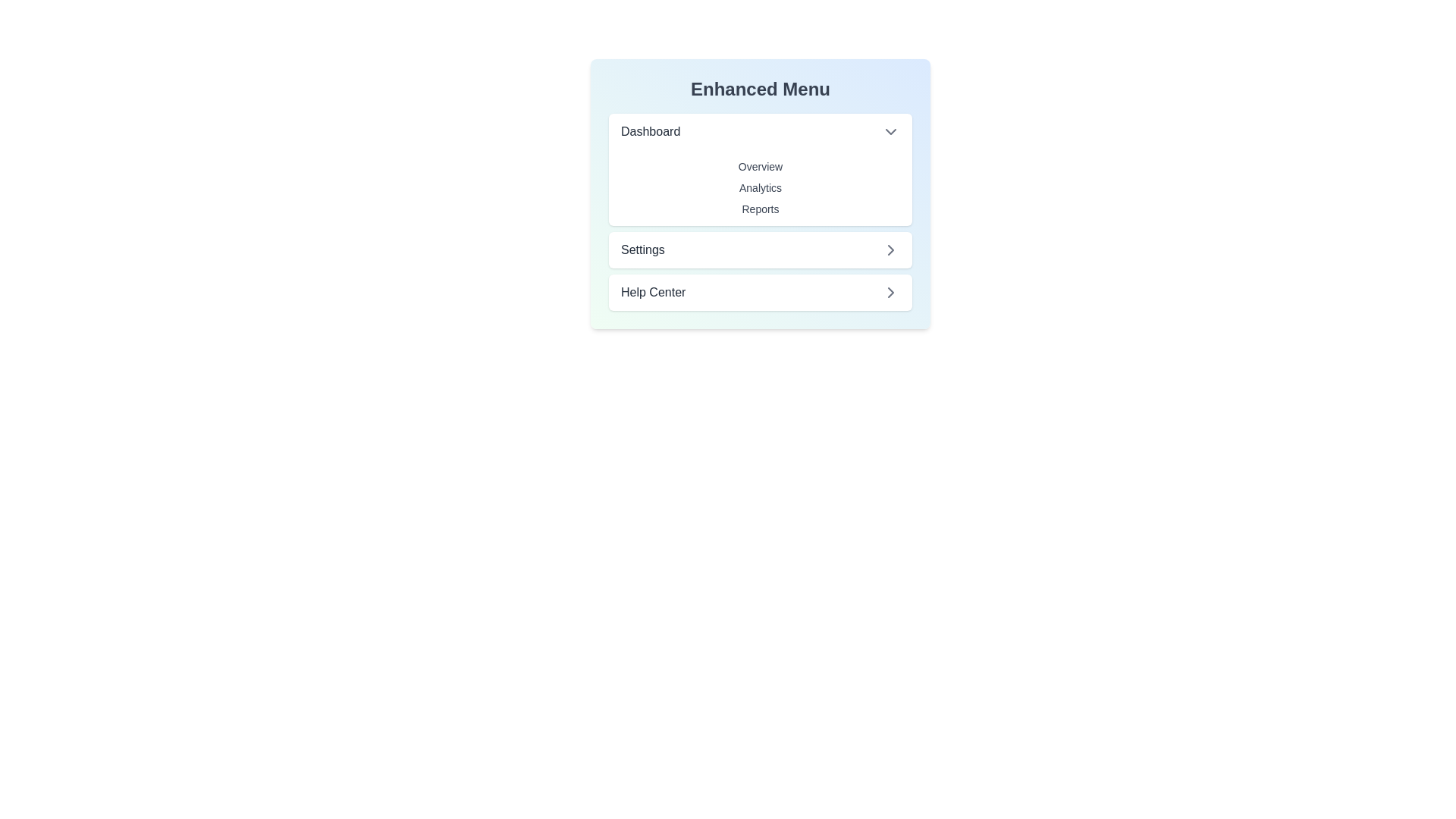  Describe the element at coordinates (761, 187) in the screenshot. I see `the 'Analytics' text label in the dropdown menu` at that location.